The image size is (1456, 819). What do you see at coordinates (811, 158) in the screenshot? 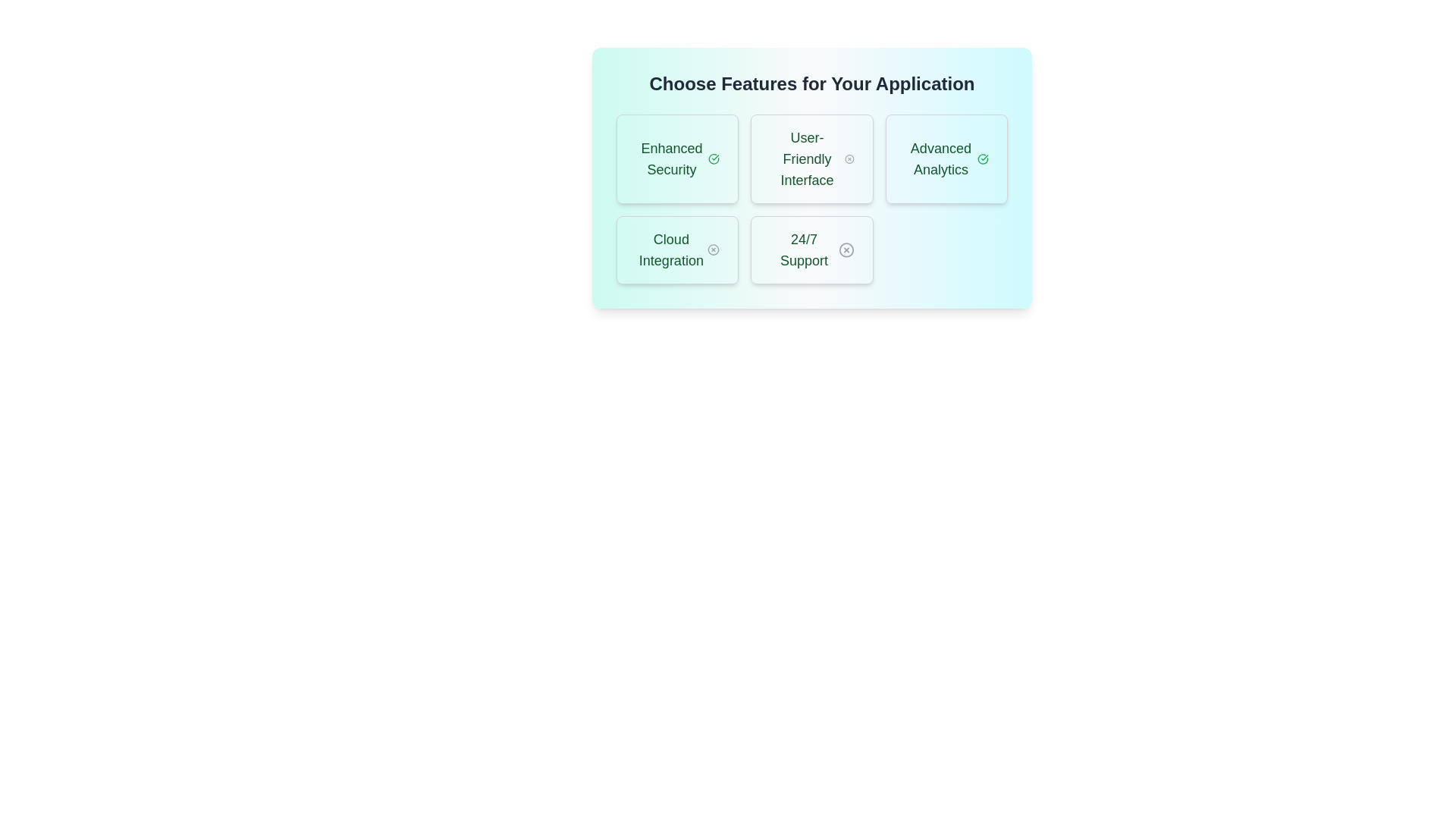
I see `the feature User-Friendly Interface to trigger additional visual feedback` at bounding box center [811, 158].